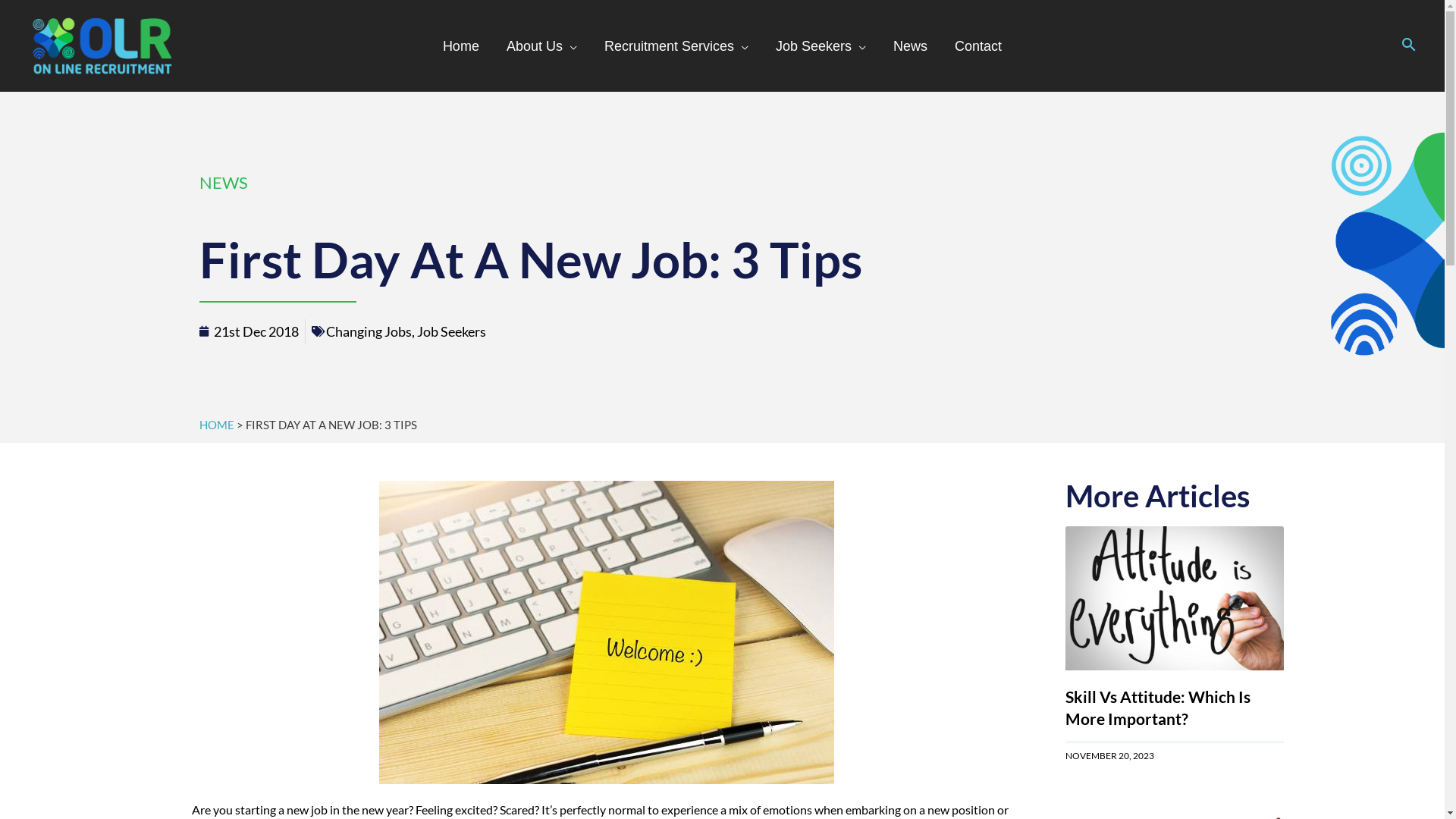 The height and width of the screenshot is (819, 1456). I want to click on 'Contact', so click(978, 45).